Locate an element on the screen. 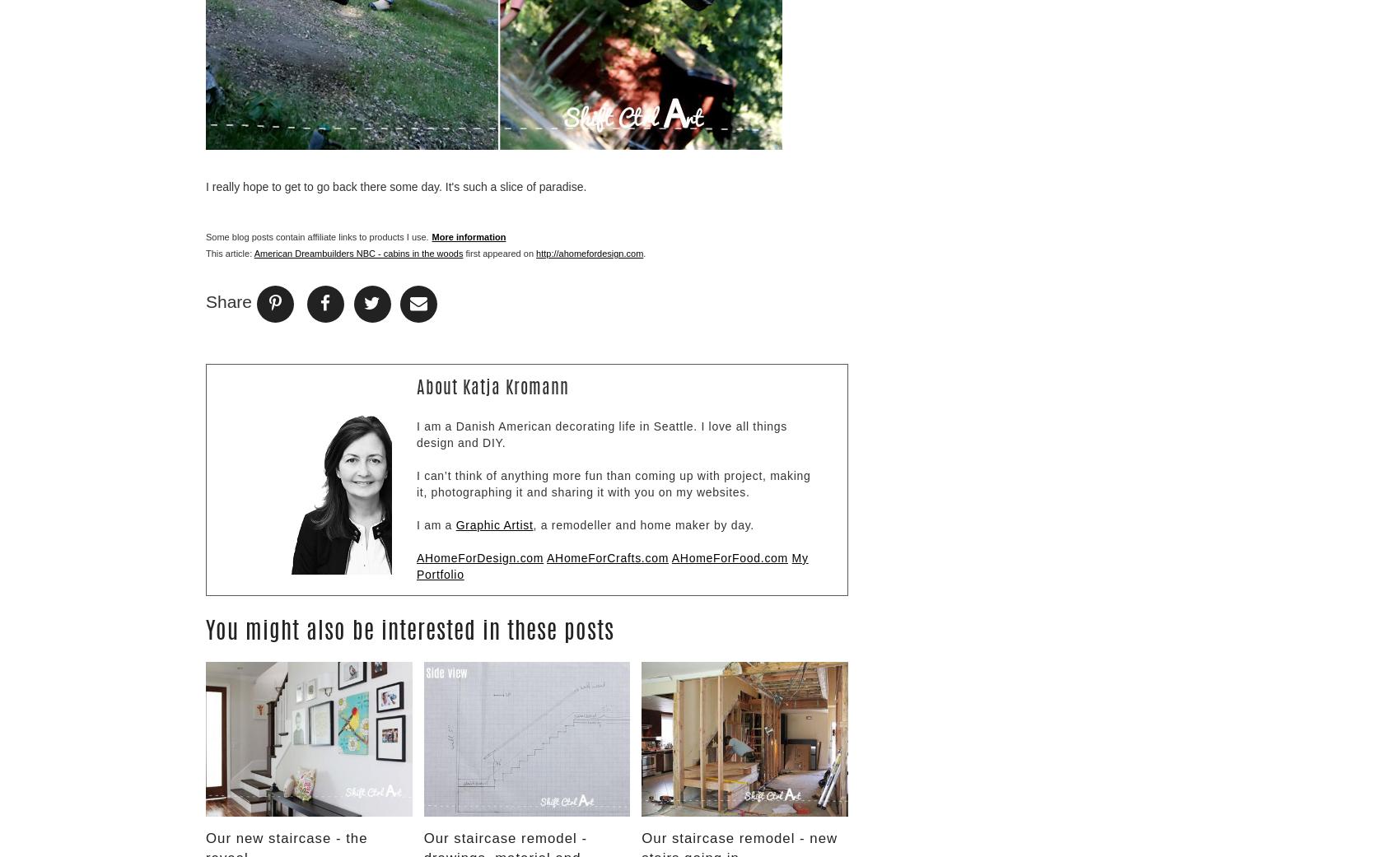 Image resolution: width=1400 pixels, height=857 pixels. 'I am a' is located at coordinates (436, 523).